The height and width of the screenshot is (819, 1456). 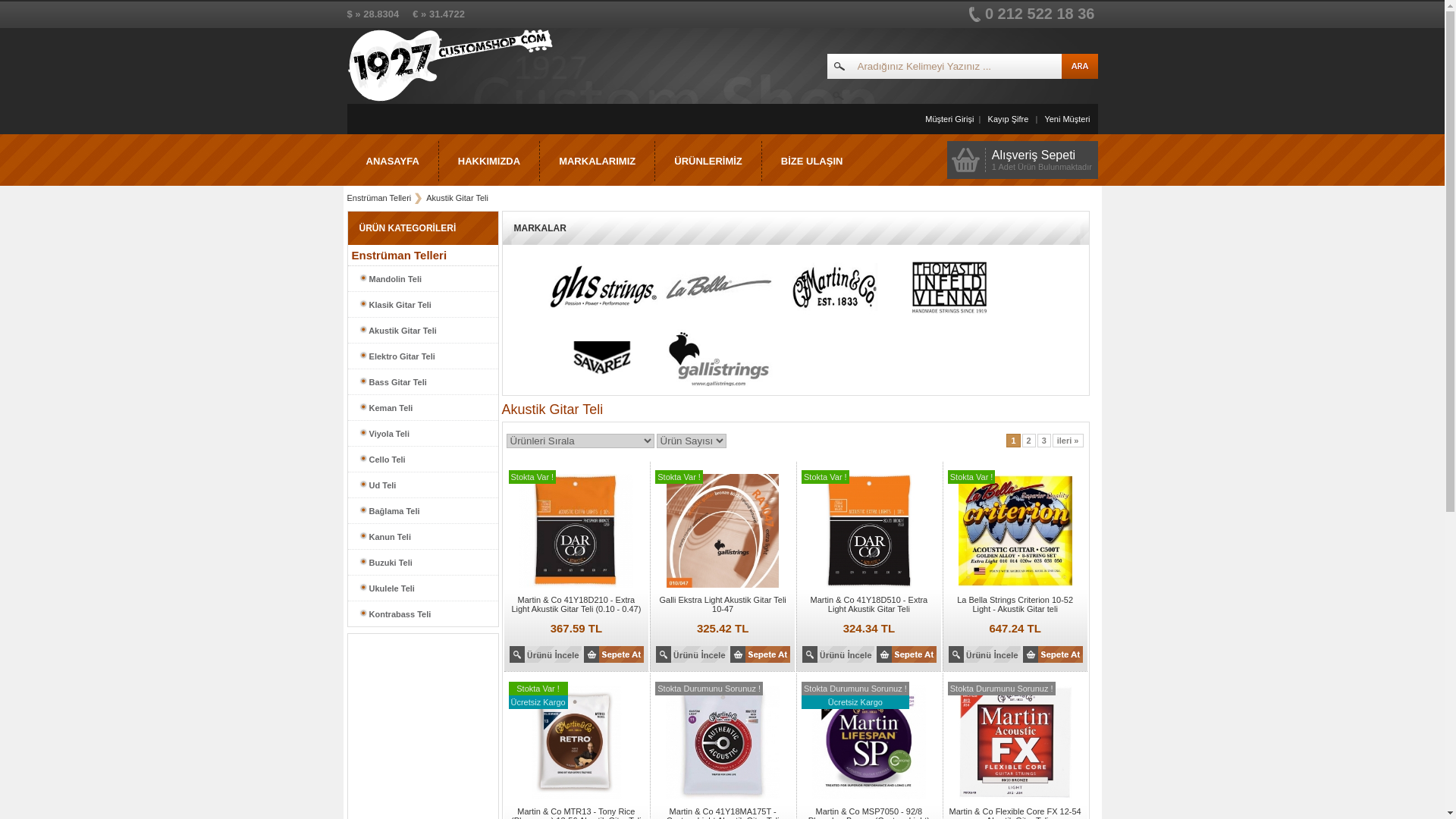 I want to click on 'Mandolin Teli', so click(x=422, y=278).